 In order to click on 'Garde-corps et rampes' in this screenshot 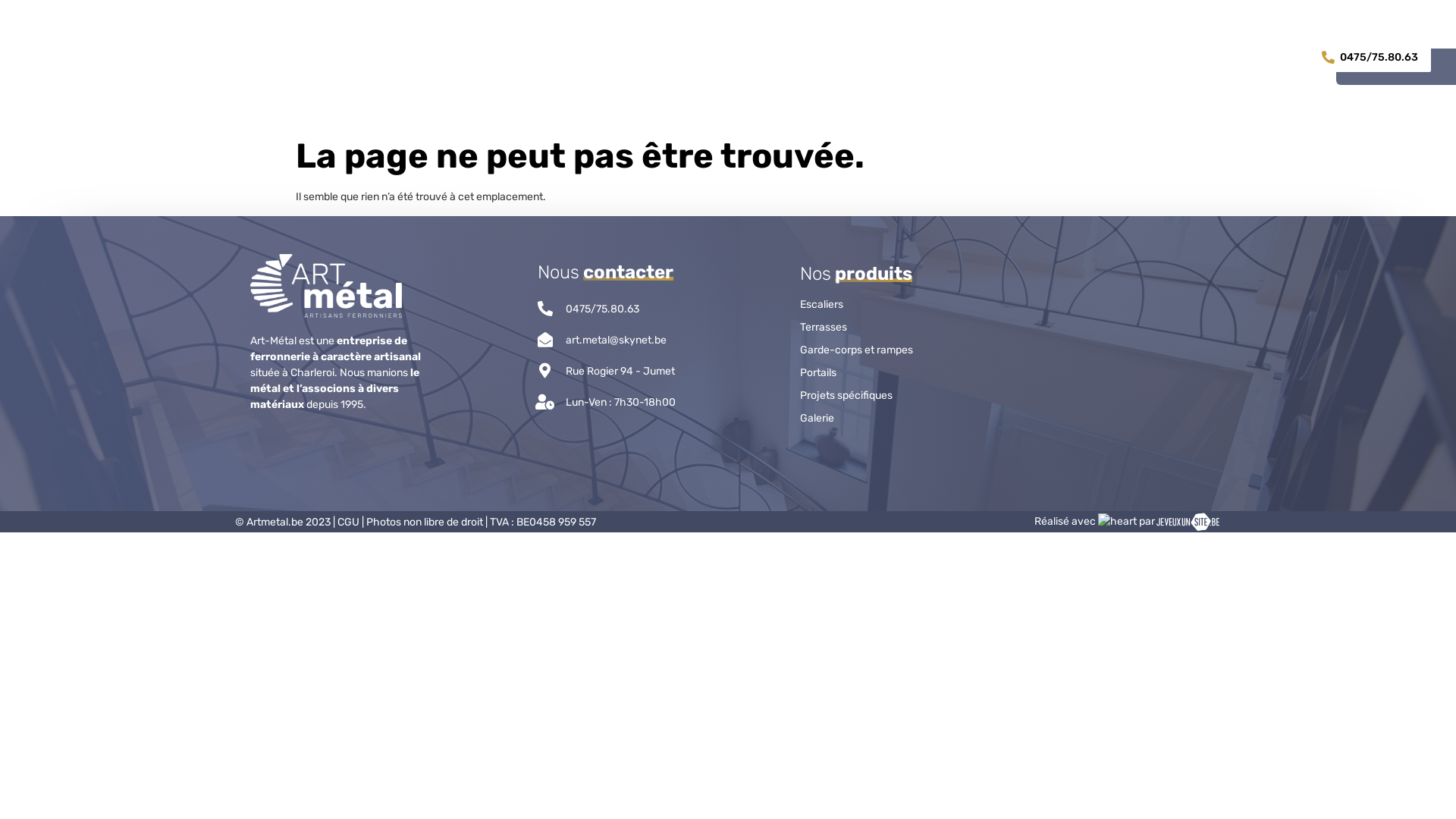, I will do `click(872, 350)`.